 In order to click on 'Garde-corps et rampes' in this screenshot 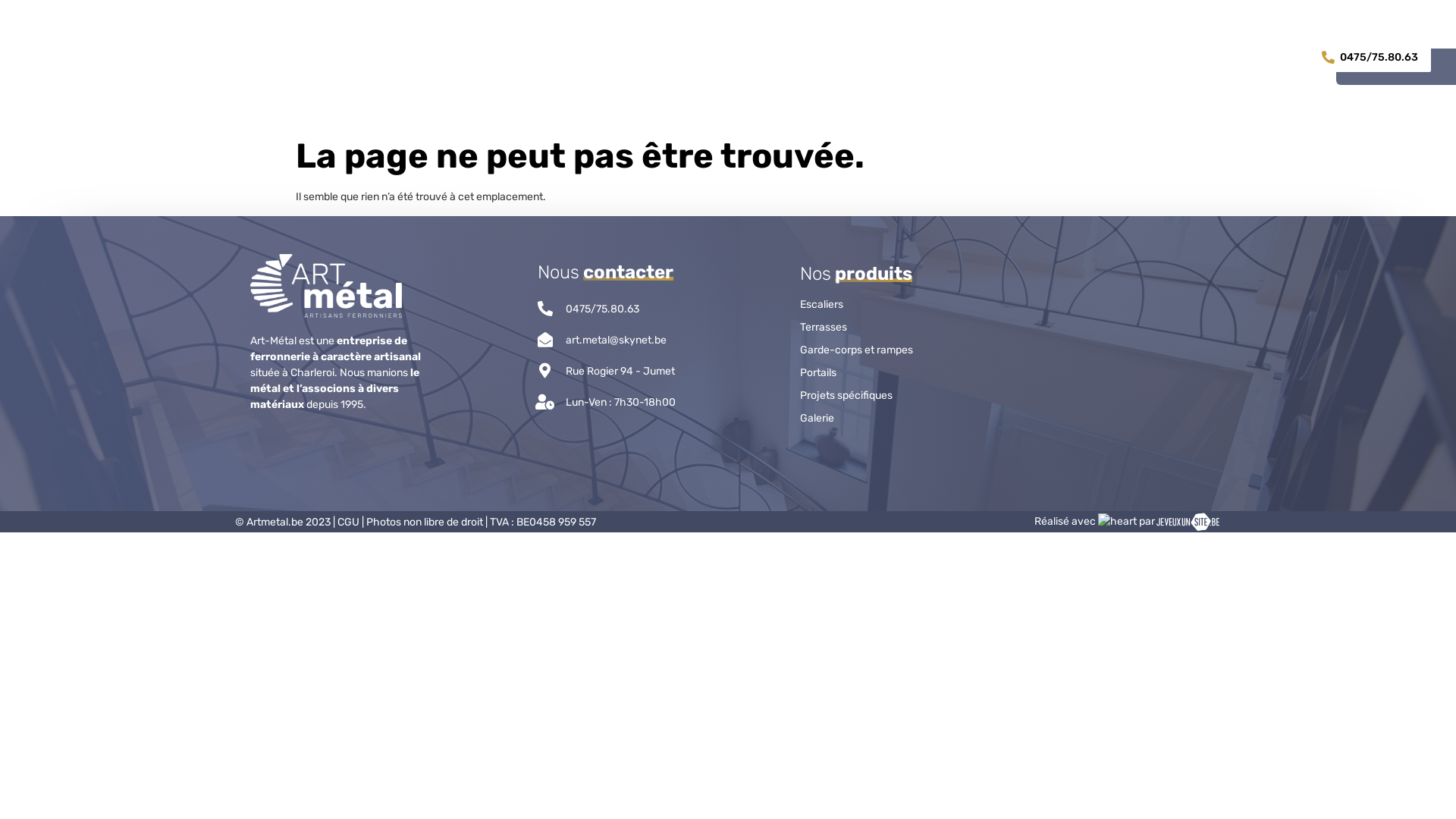, I will do `click(872, 350)`.